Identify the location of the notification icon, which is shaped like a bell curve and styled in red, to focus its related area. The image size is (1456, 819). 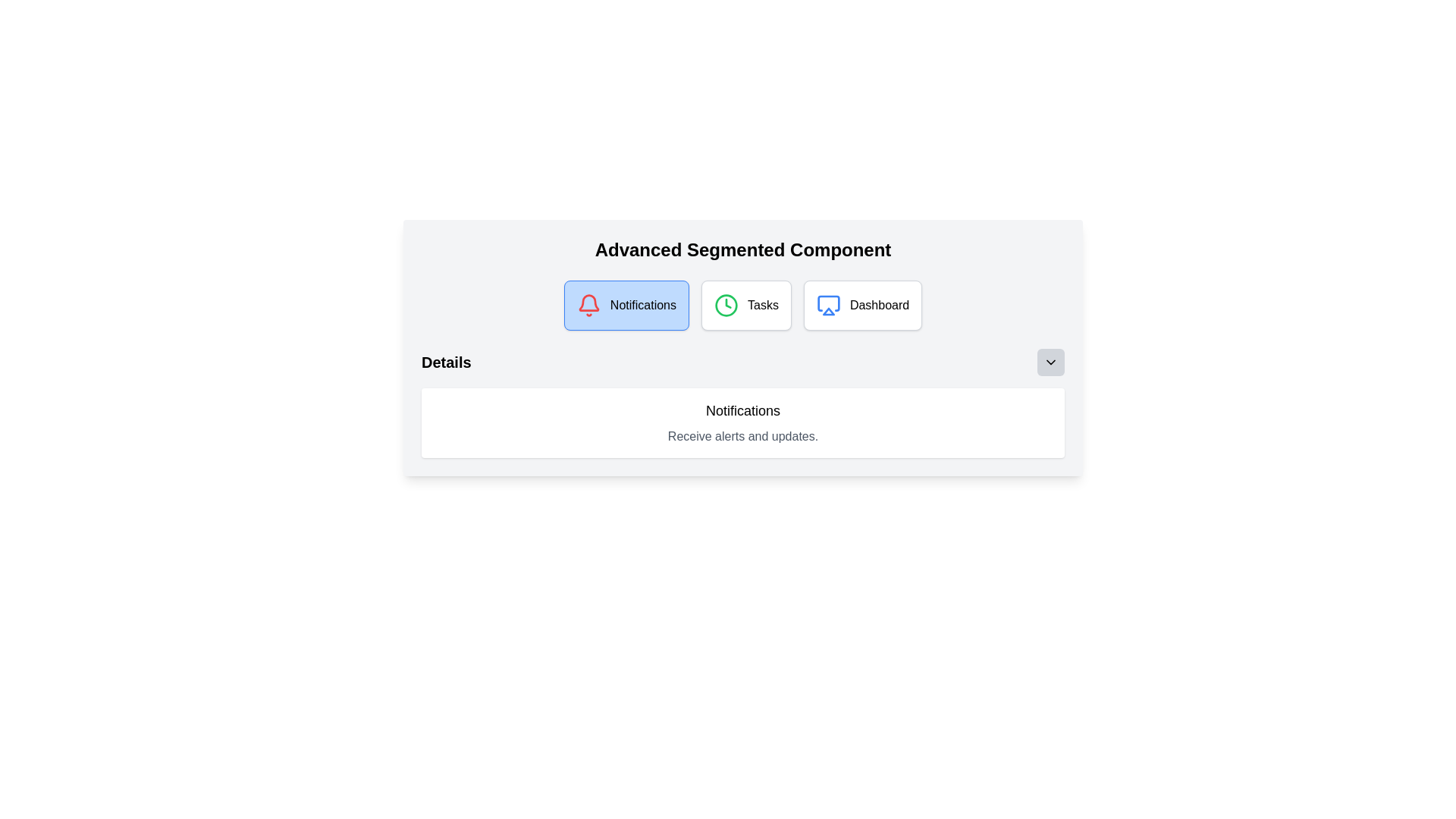
(588, 303).